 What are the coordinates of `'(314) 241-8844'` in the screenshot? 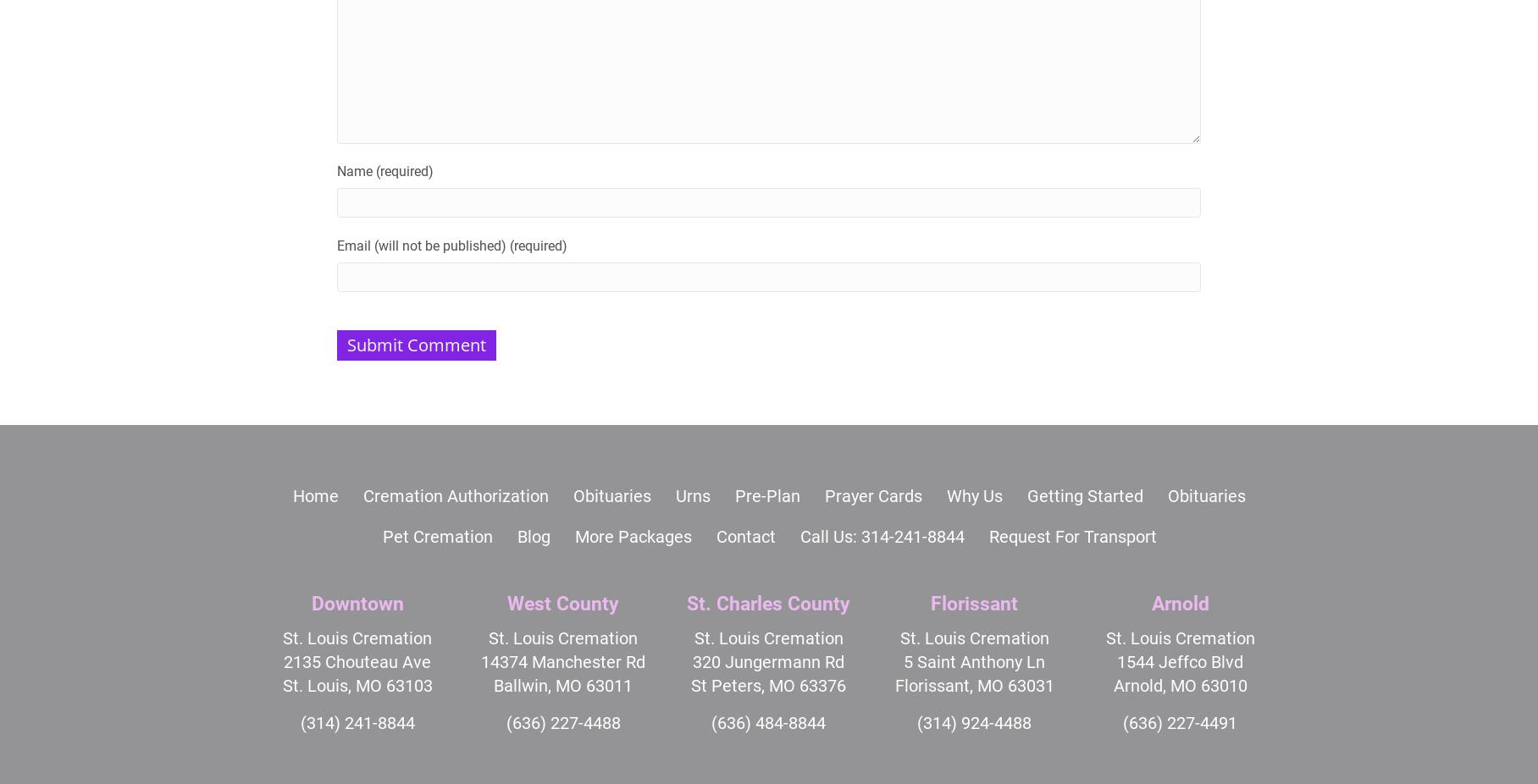 It's located at (356, 722).